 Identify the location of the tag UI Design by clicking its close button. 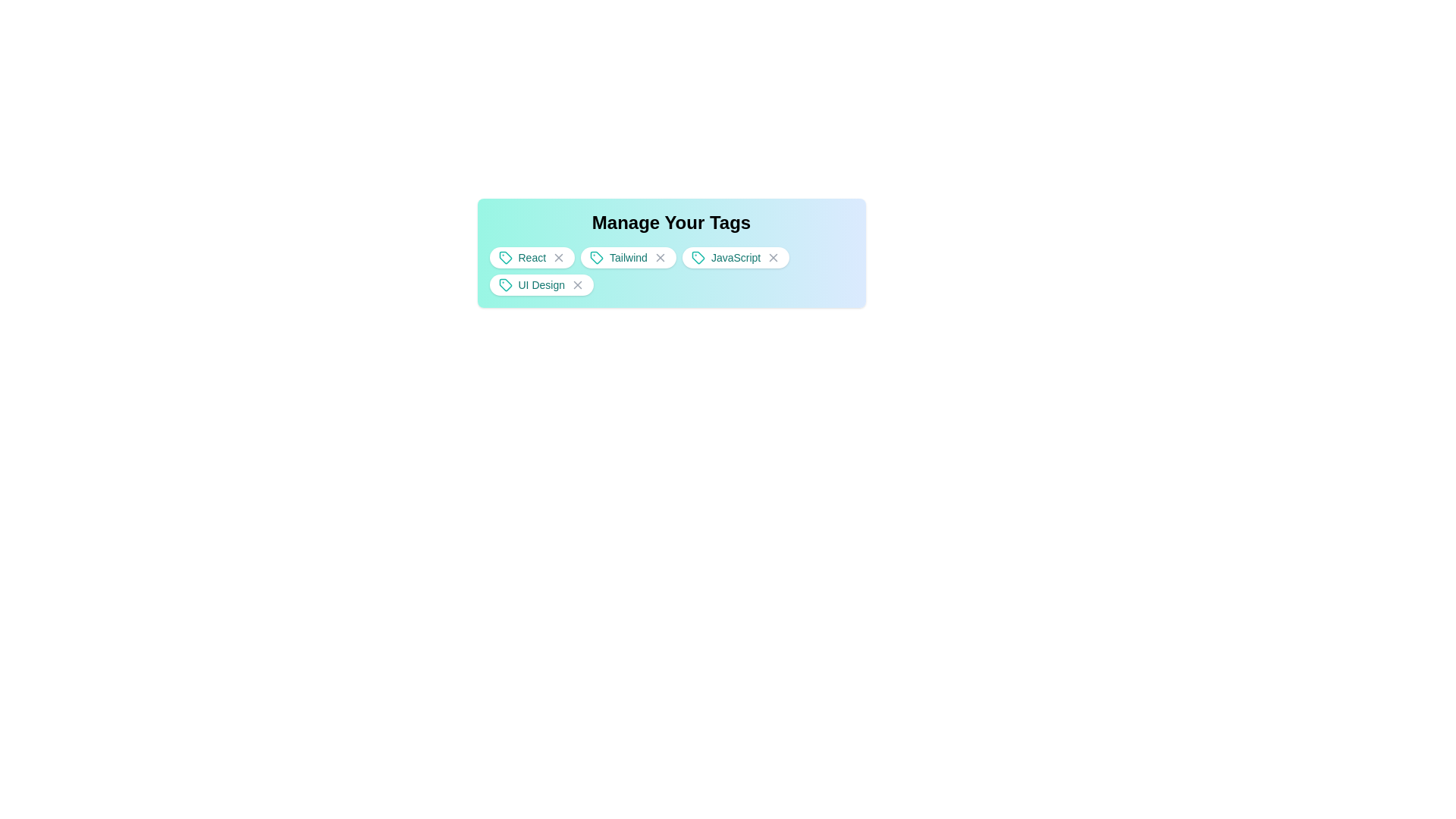
(577, 284).